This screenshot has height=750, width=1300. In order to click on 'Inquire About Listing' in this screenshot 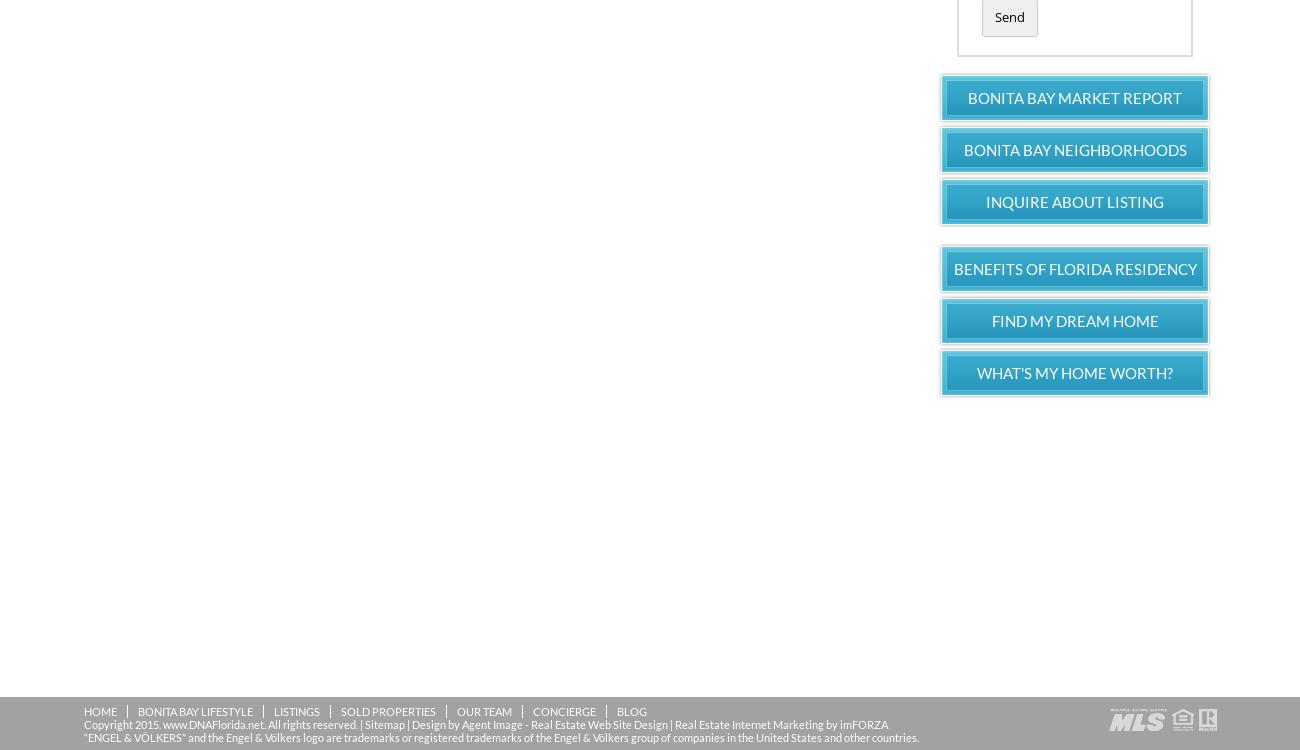, I will do `click(1074, 200)`.